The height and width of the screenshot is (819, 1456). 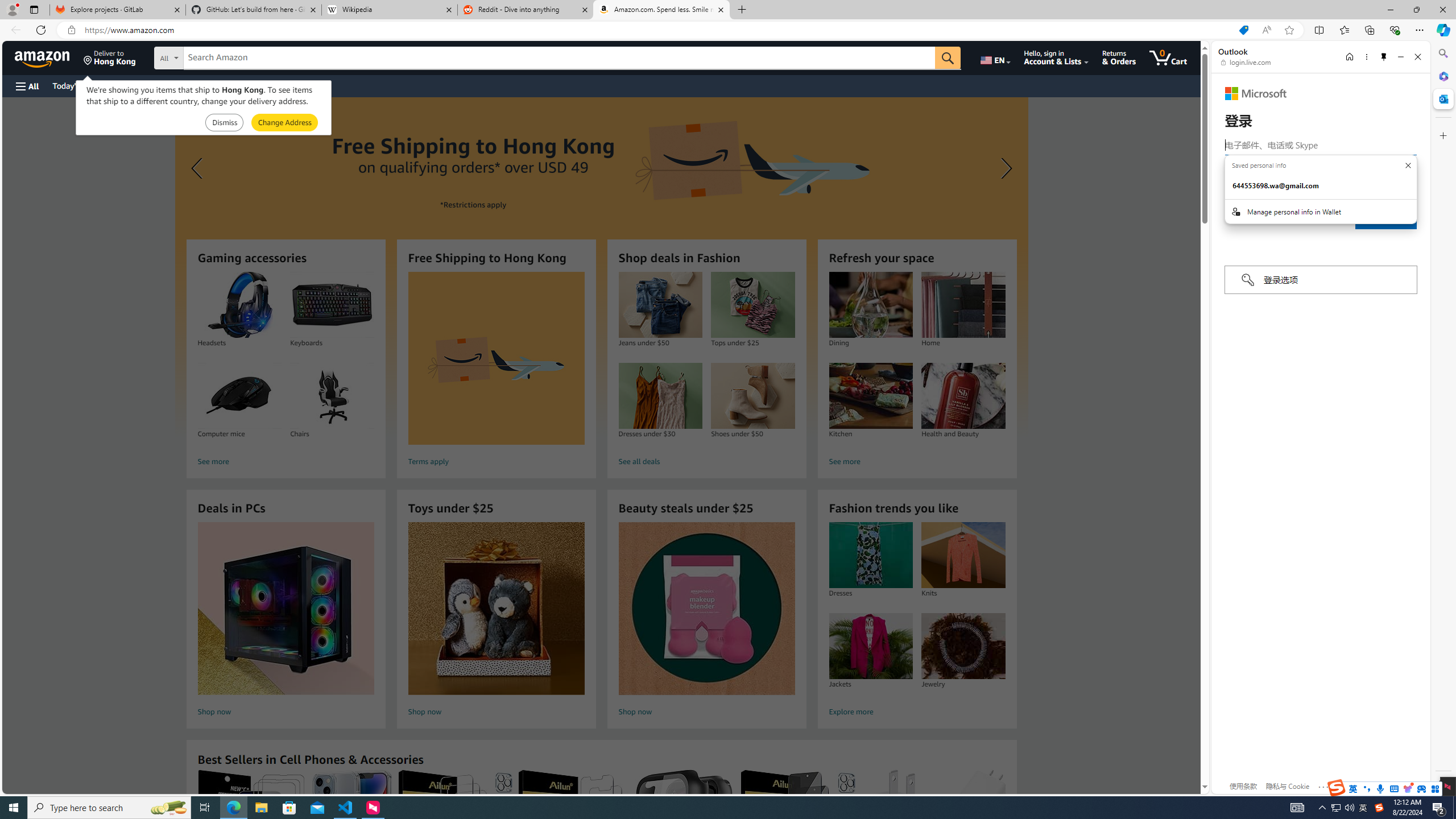 I want to click on 'Go', so click(x=948, y=58).